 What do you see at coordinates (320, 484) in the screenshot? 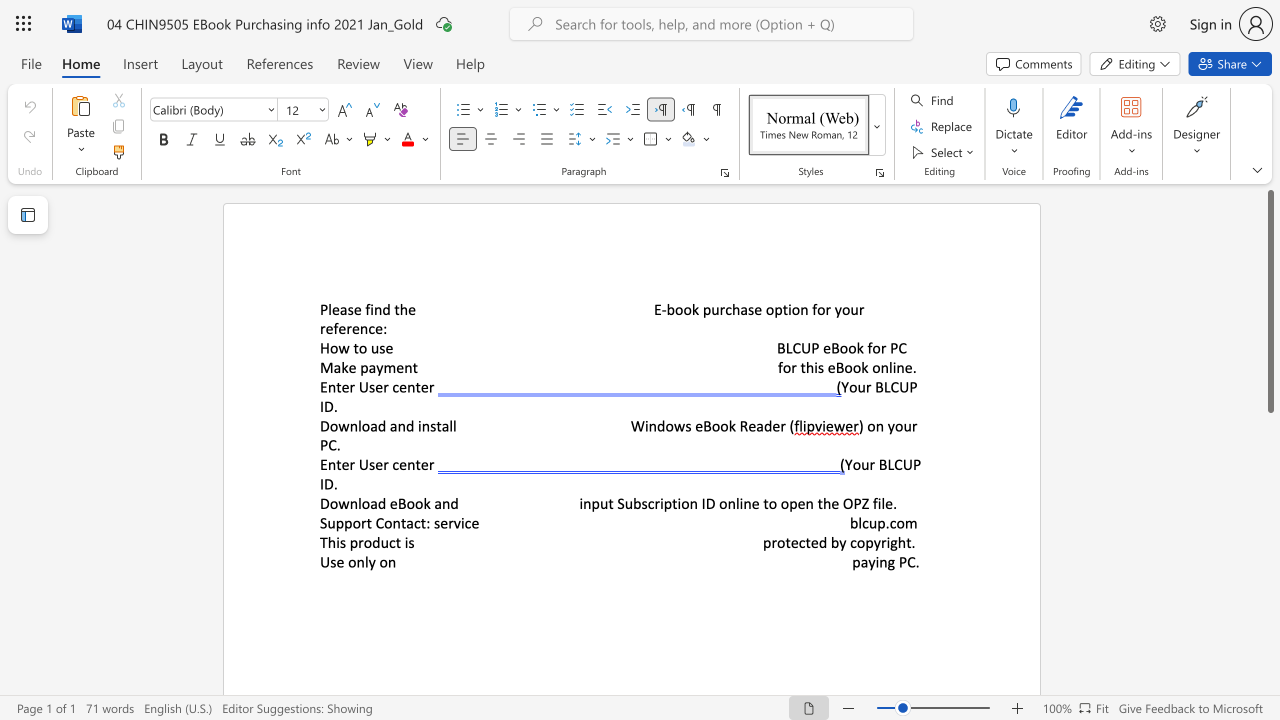
I see `the subset text "ID." within the text "Your BLCUP ID."` at bounding box center [320, 484].